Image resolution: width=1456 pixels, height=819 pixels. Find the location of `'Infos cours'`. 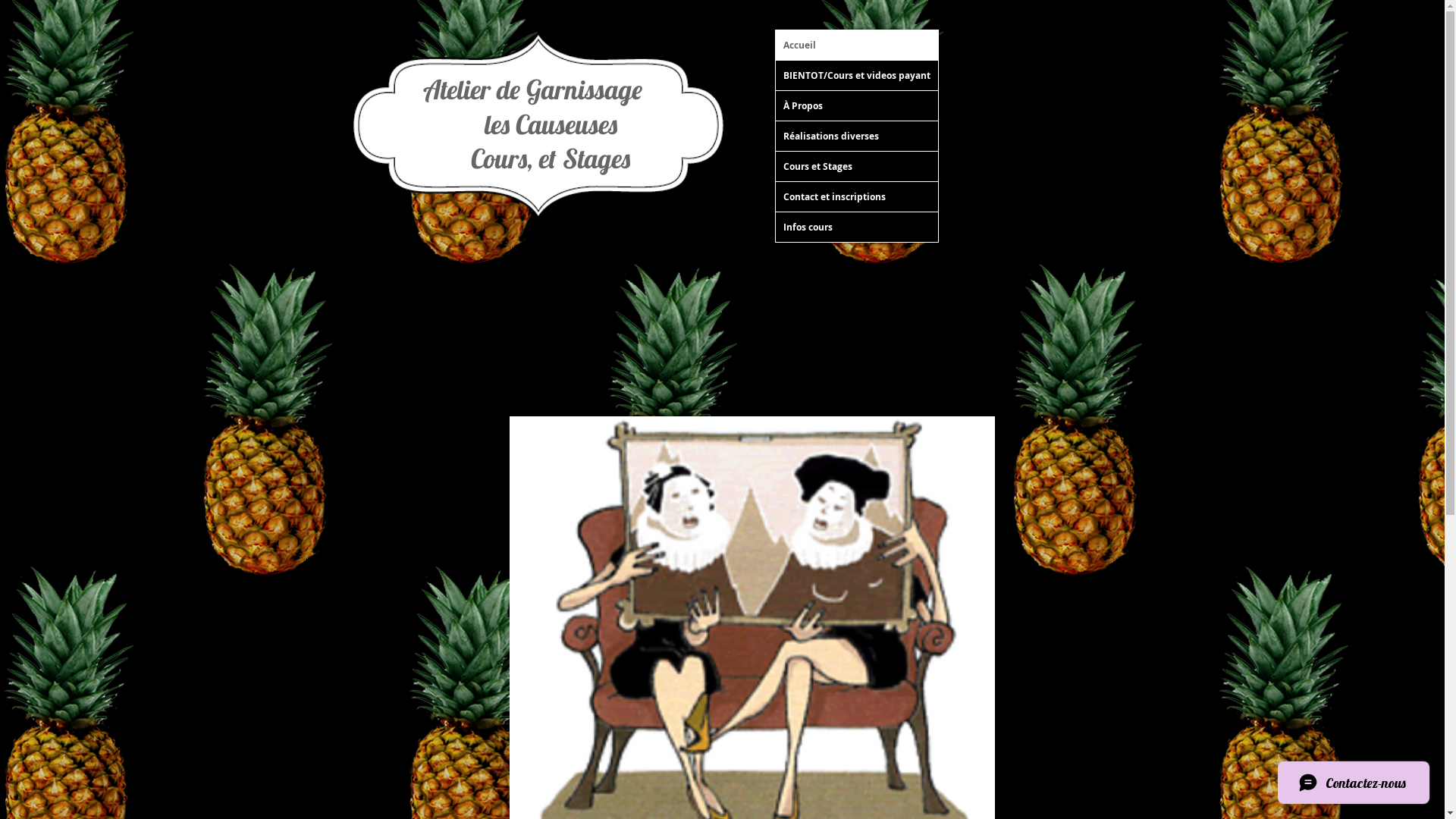

'Infos cours' is located at coordinates (855, 227).